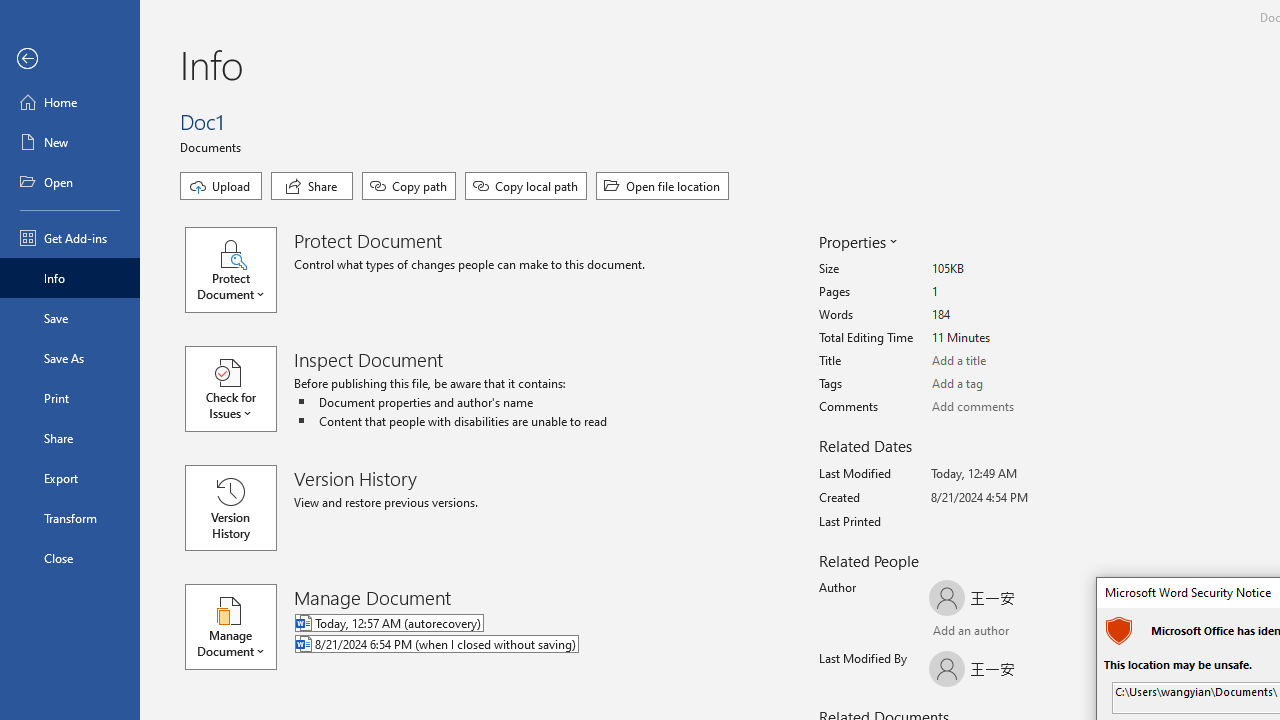  Describe the element at coordinates (1006, 315) in the screenshot. I see `'Words'` at that location.